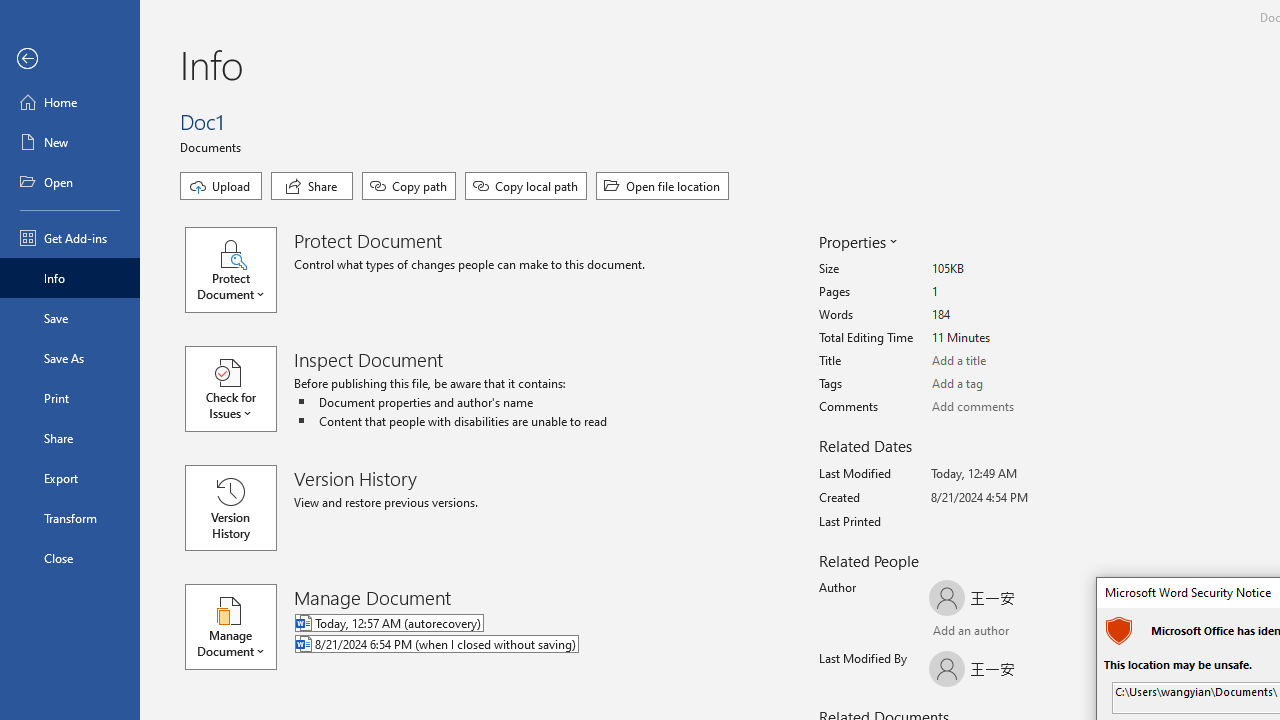  Describe the element at coordinates (1006, 315) in the screenshot. I see `'Words'` at that location.